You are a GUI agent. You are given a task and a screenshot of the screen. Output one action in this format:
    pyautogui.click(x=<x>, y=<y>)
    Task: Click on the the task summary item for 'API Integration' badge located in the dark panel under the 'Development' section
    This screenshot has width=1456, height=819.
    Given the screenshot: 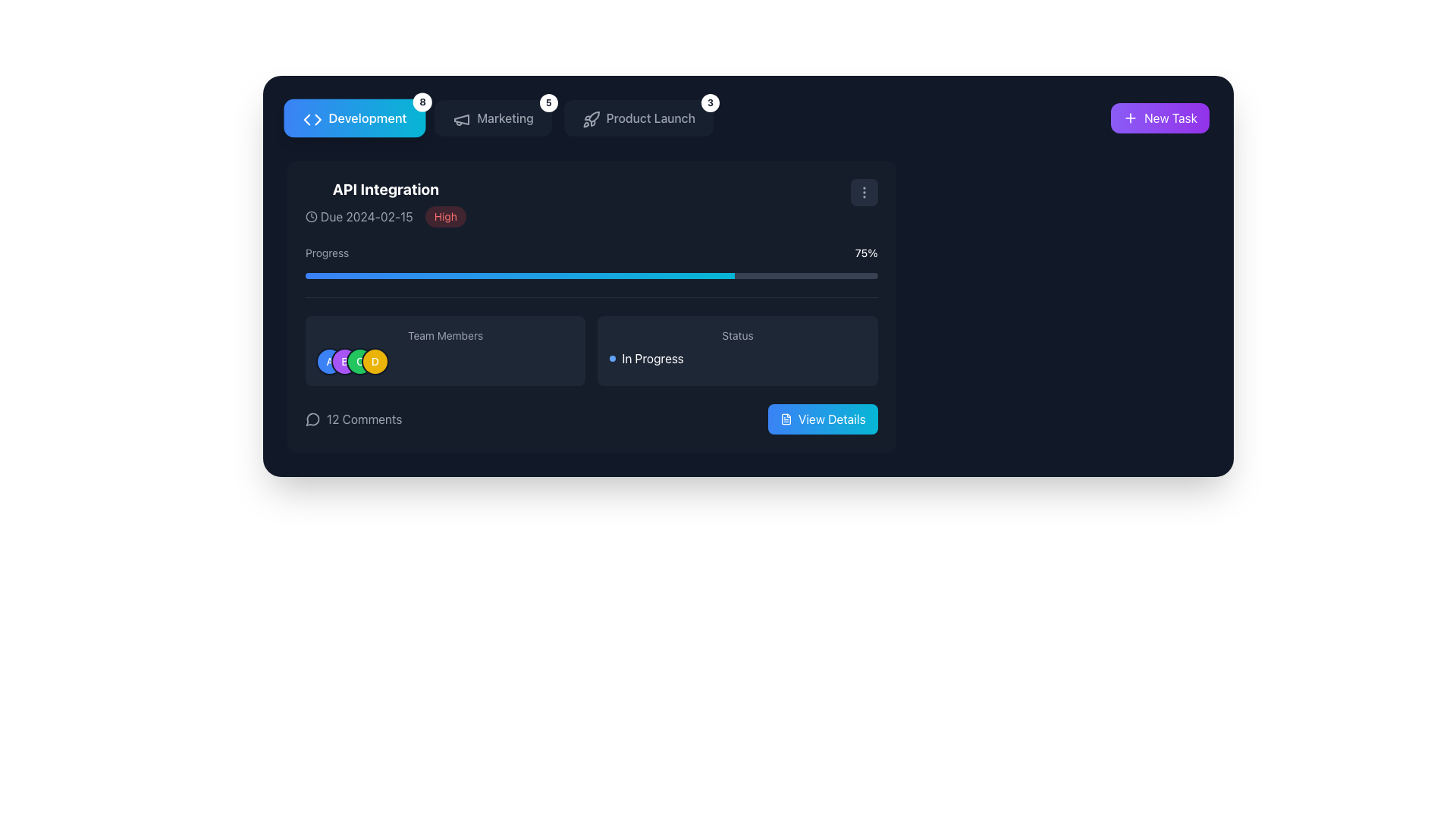 What is the action you would take?
    pyautogui.click(x=385, y=202)
    